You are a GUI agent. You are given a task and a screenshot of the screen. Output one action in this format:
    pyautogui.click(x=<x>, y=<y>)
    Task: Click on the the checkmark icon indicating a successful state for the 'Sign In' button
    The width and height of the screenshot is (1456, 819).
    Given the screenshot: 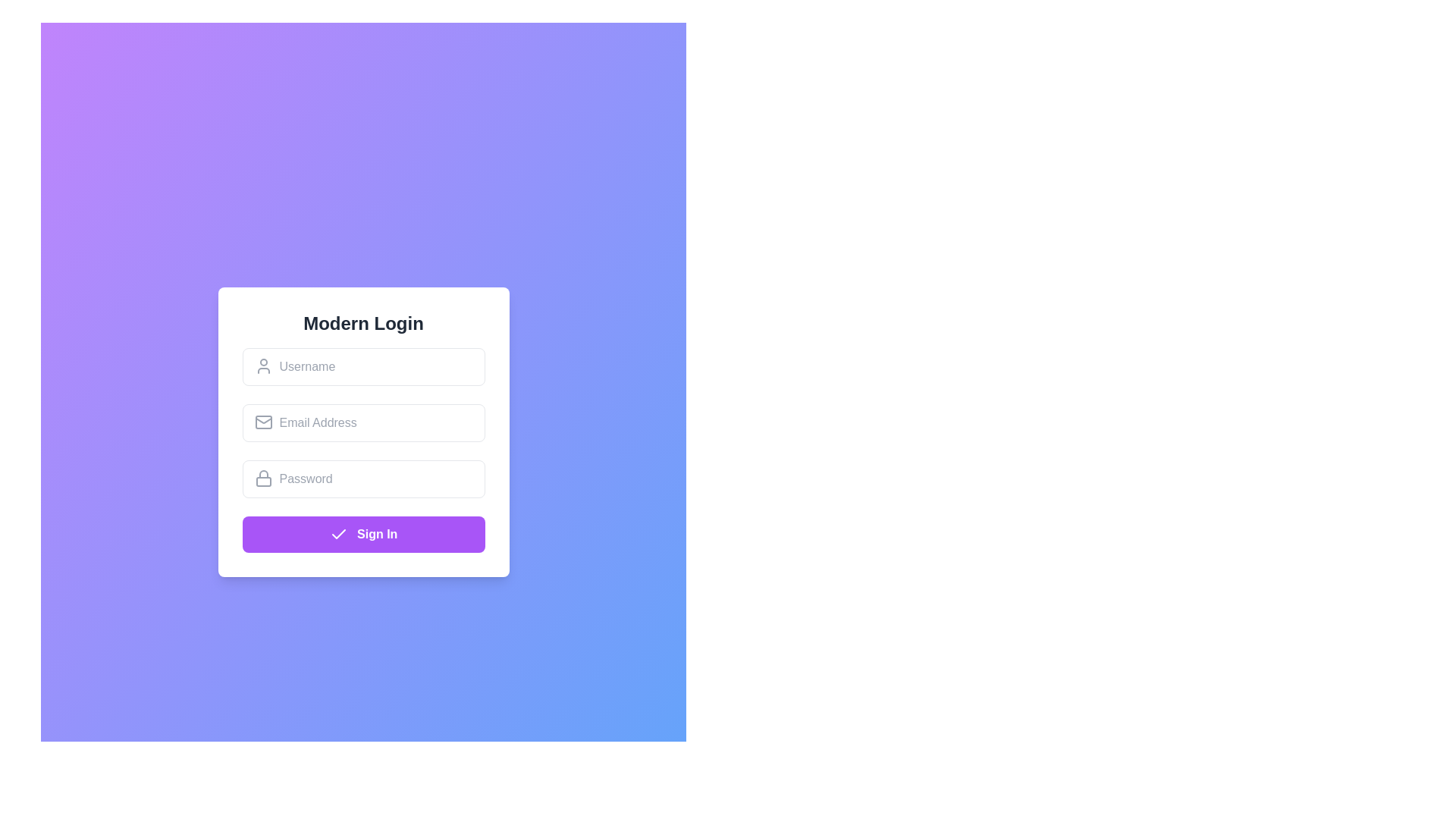 What is the action you would take?
    pyautogui.click(x=337, y=533)
    